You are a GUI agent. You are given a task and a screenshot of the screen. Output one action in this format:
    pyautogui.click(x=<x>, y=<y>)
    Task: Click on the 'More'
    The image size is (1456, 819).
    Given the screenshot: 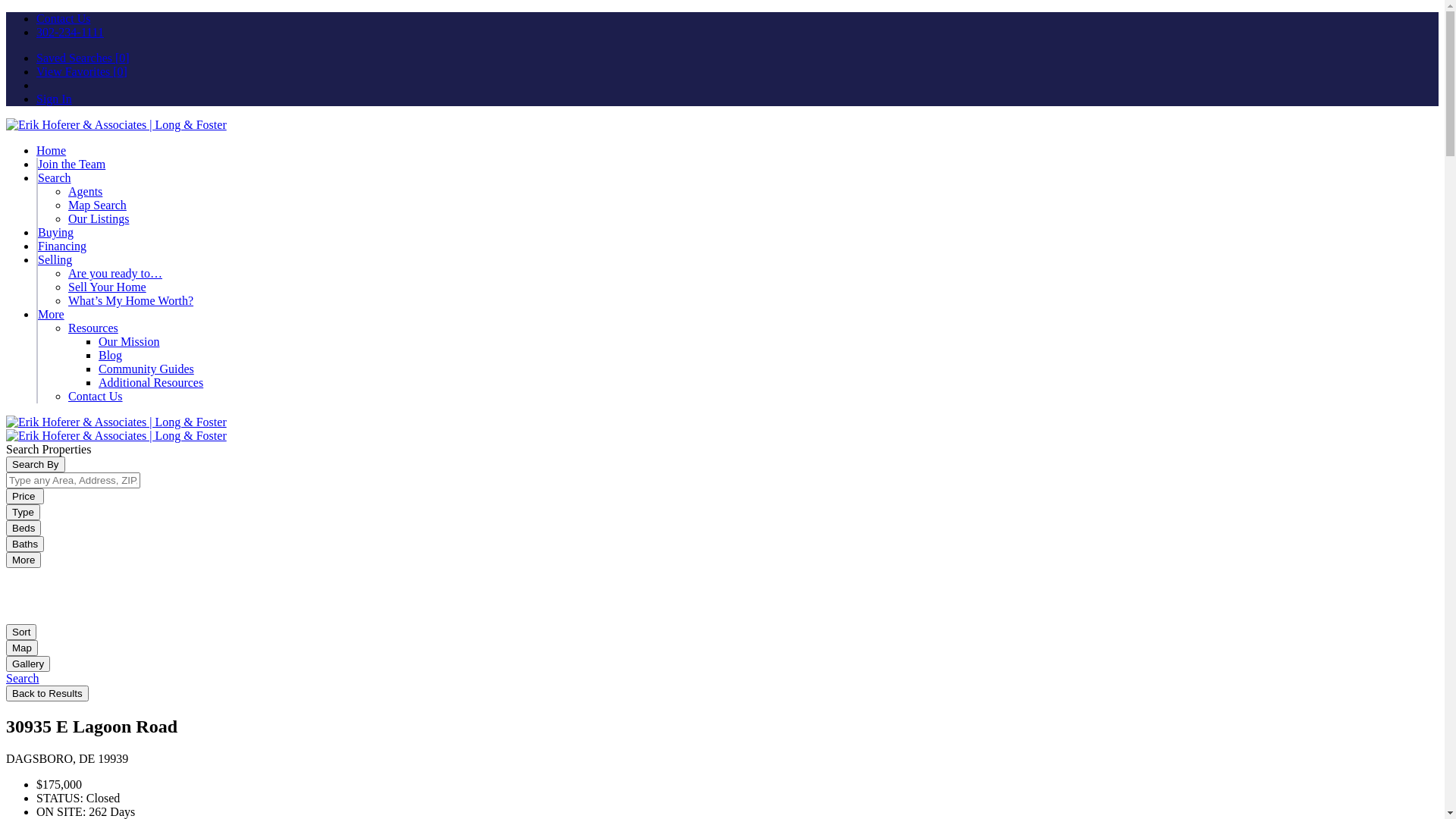 What is the action you would take?
    pyautogui.click(x=23, y=560)
    